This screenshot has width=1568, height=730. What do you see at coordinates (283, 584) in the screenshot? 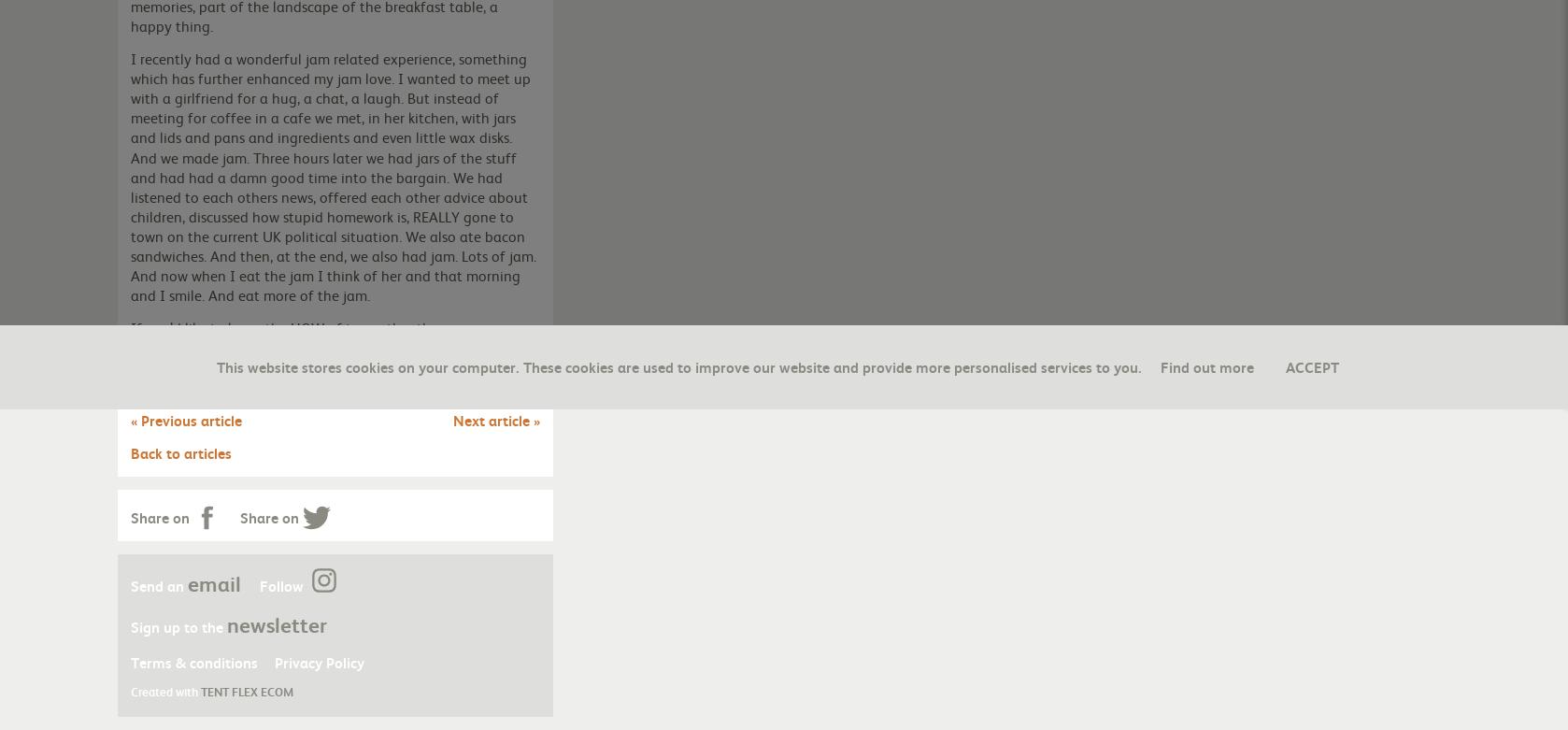
I see `'Follow'` at bounding box center [283, 584].